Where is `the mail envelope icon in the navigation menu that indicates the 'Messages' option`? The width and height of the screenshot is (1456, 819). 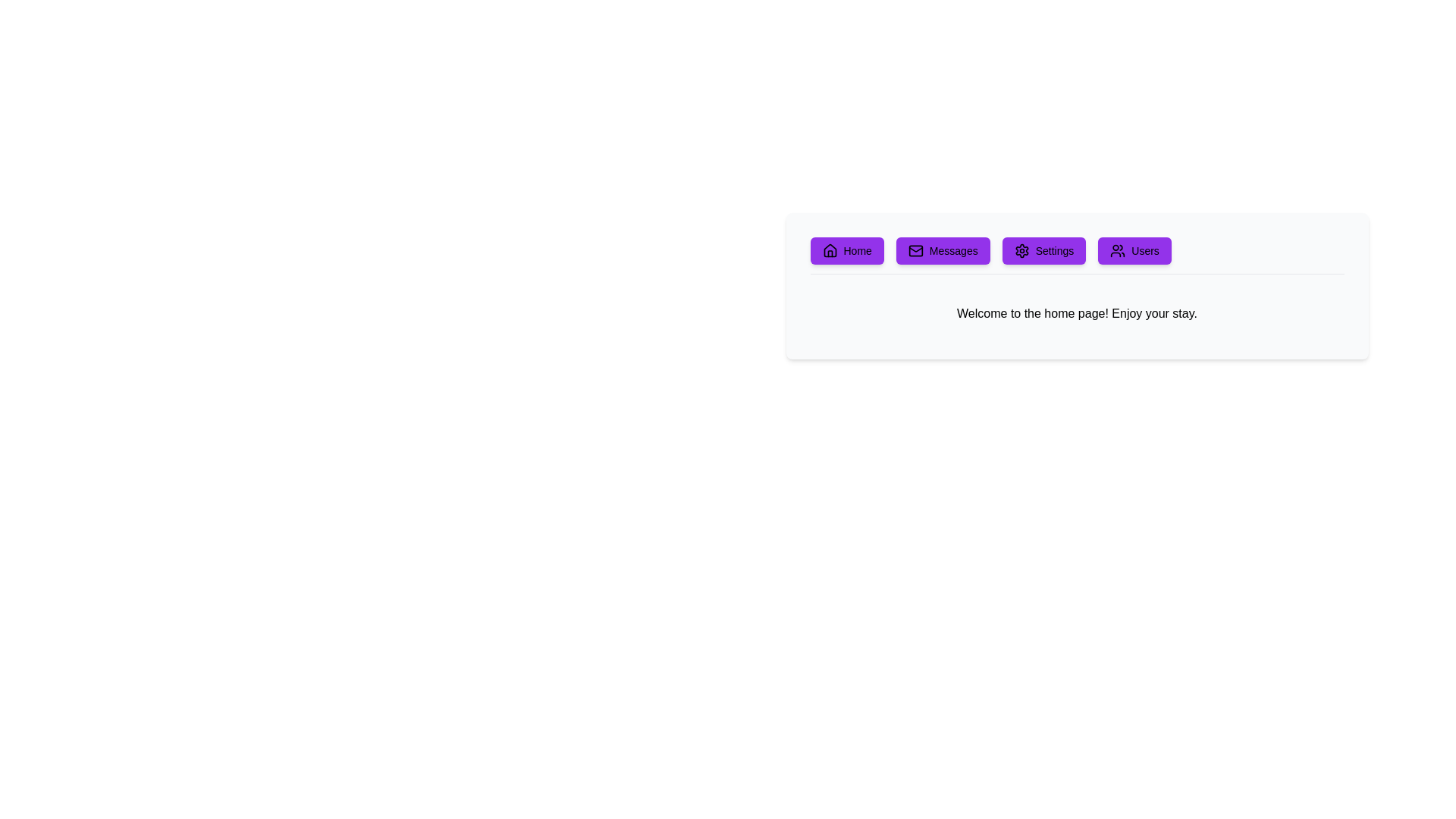 the mail envelope icon in the navigation menu that indicates the 'Messages' option is located at coordinates (915, 250).